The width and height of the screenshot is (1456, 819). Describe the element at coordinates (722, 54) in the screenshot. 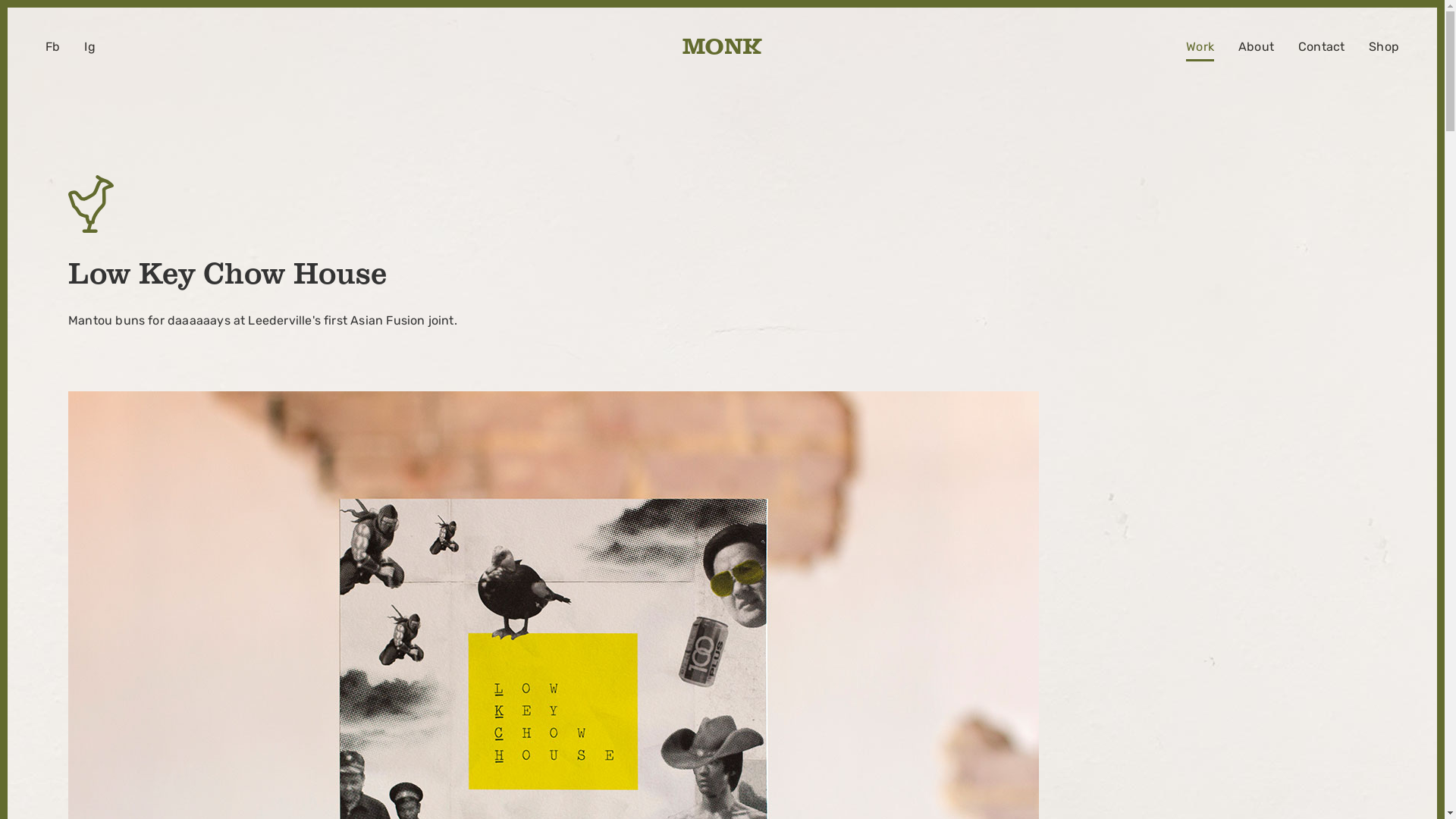

I see `'M` at that location.